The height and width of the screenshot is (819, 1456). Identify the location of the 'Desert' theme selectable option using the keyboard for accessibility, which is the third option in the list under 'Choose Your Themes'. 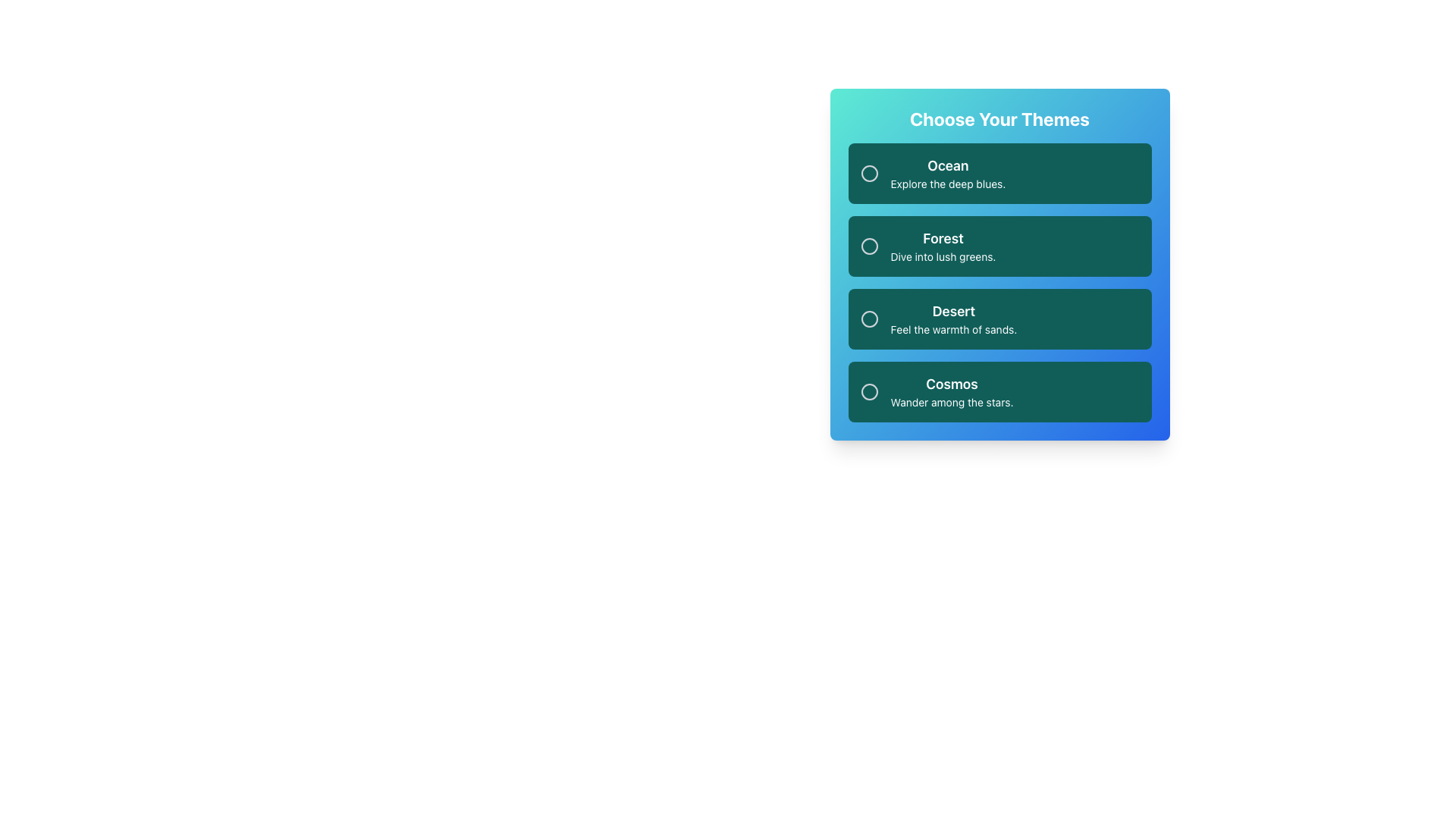
(952, 318).